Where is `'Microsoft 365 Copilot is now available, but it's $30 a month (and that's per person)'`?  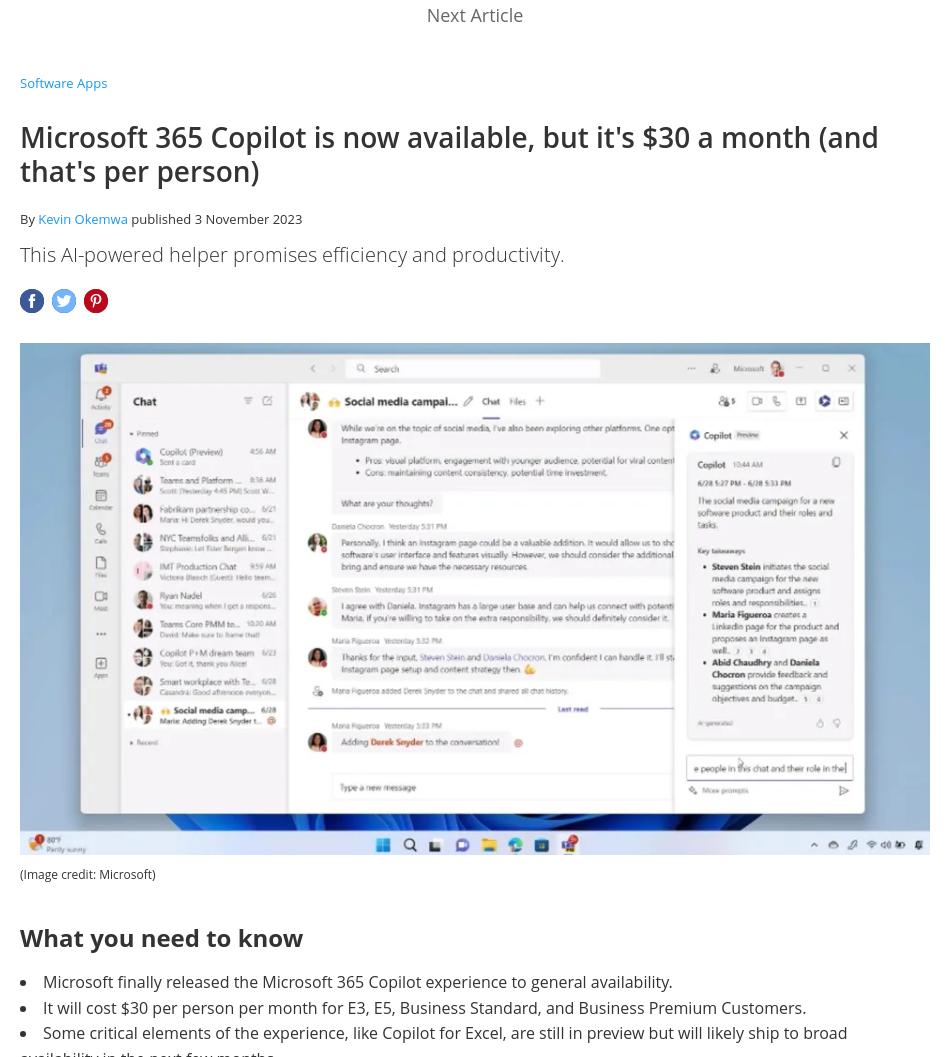 'Microsoft 365 Copilot is now available, but it's $30 a month (and that's per person)' is located at coordinates (20, 154).